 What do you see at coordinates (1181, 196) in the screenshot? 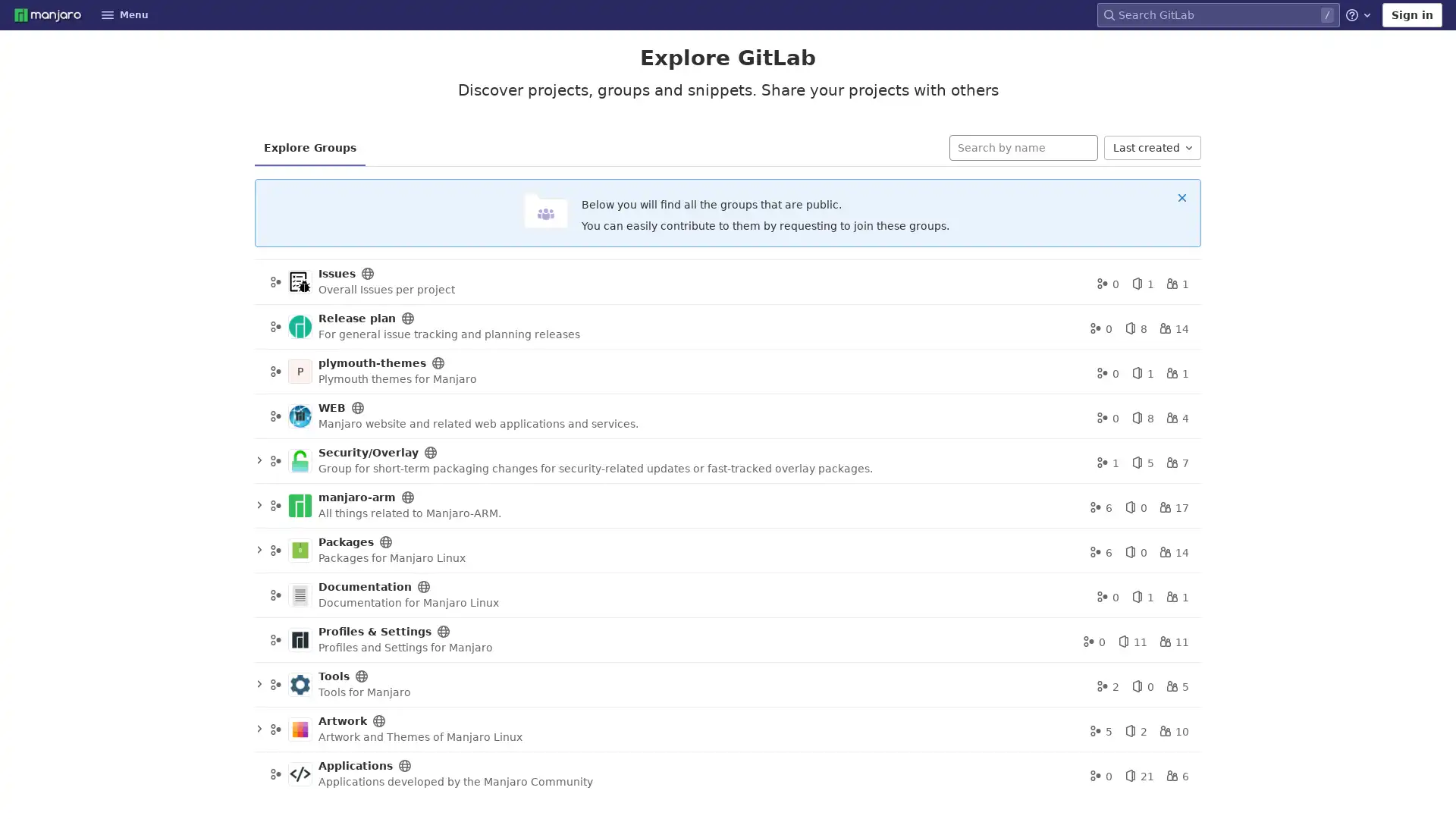
I see `Dismiss` at bounding box center [1181, 196].